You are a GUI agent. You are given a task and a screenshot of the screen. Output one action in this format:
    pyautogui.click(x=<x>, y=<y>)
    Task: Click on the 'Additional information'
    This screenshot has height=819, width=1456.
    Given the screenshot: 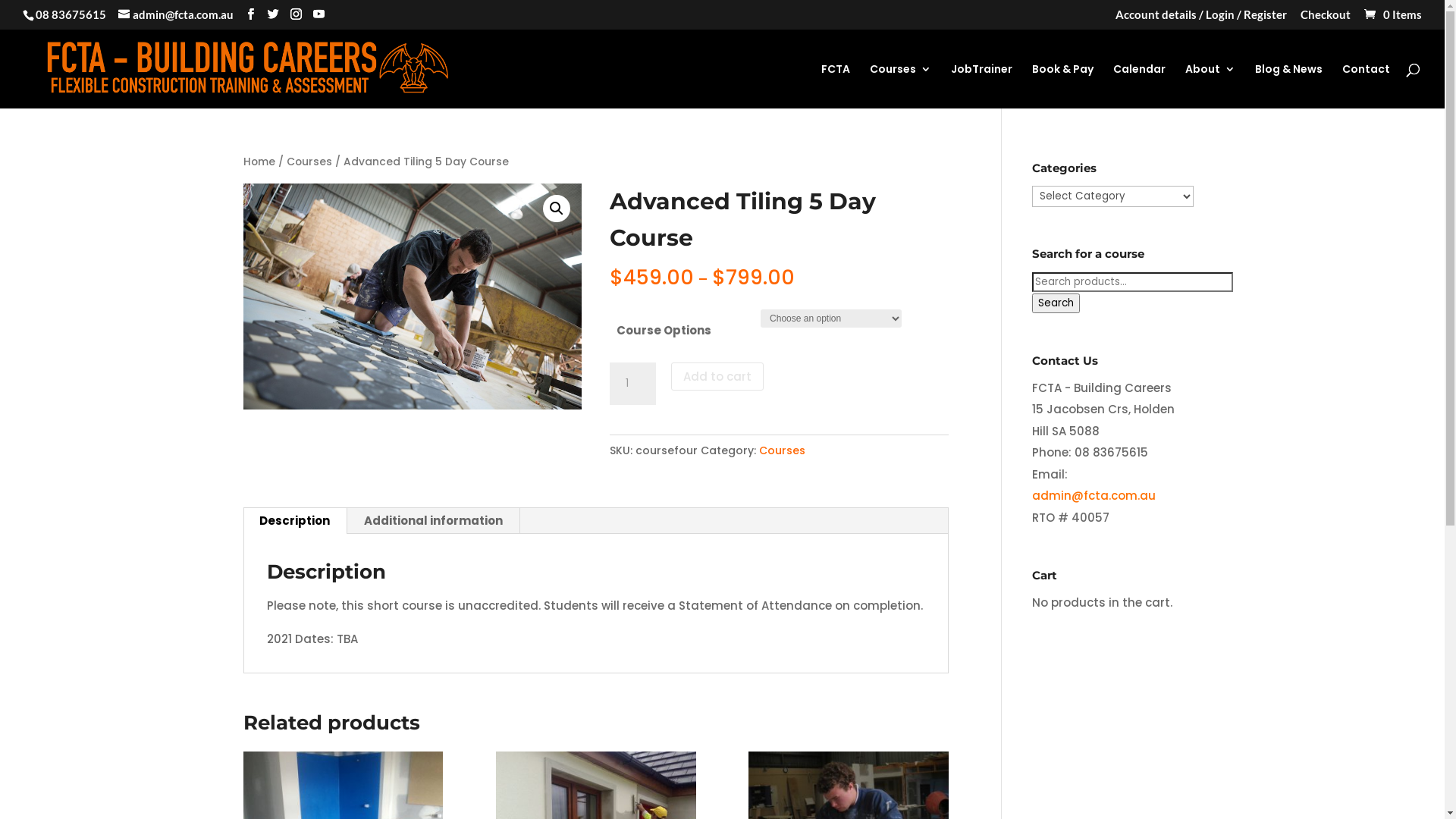 What is the action you would take?
    pyautogui.click(x=346, y=519)
    